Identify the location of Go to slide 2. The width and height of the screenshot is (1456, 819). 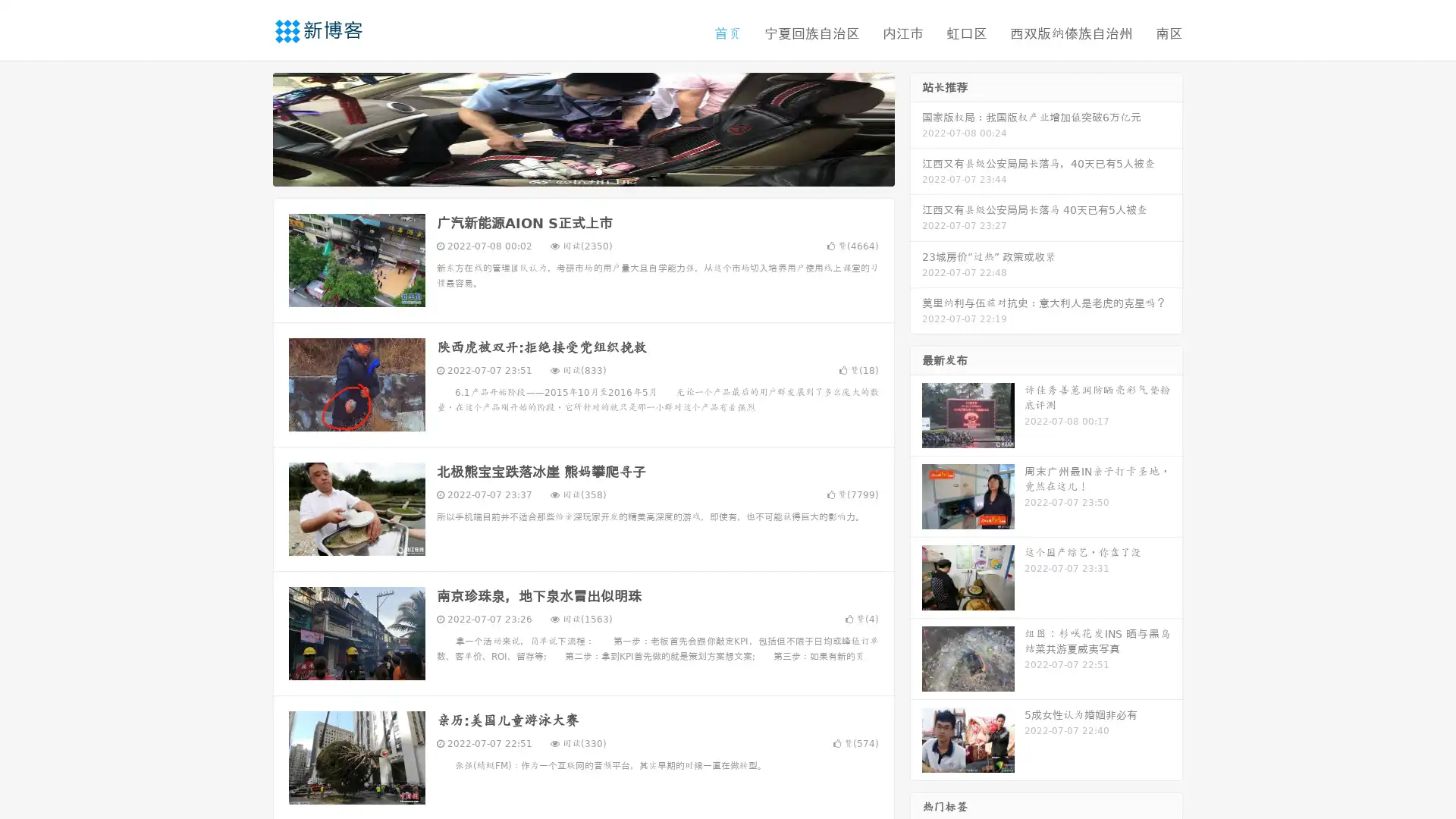
(582, 171).